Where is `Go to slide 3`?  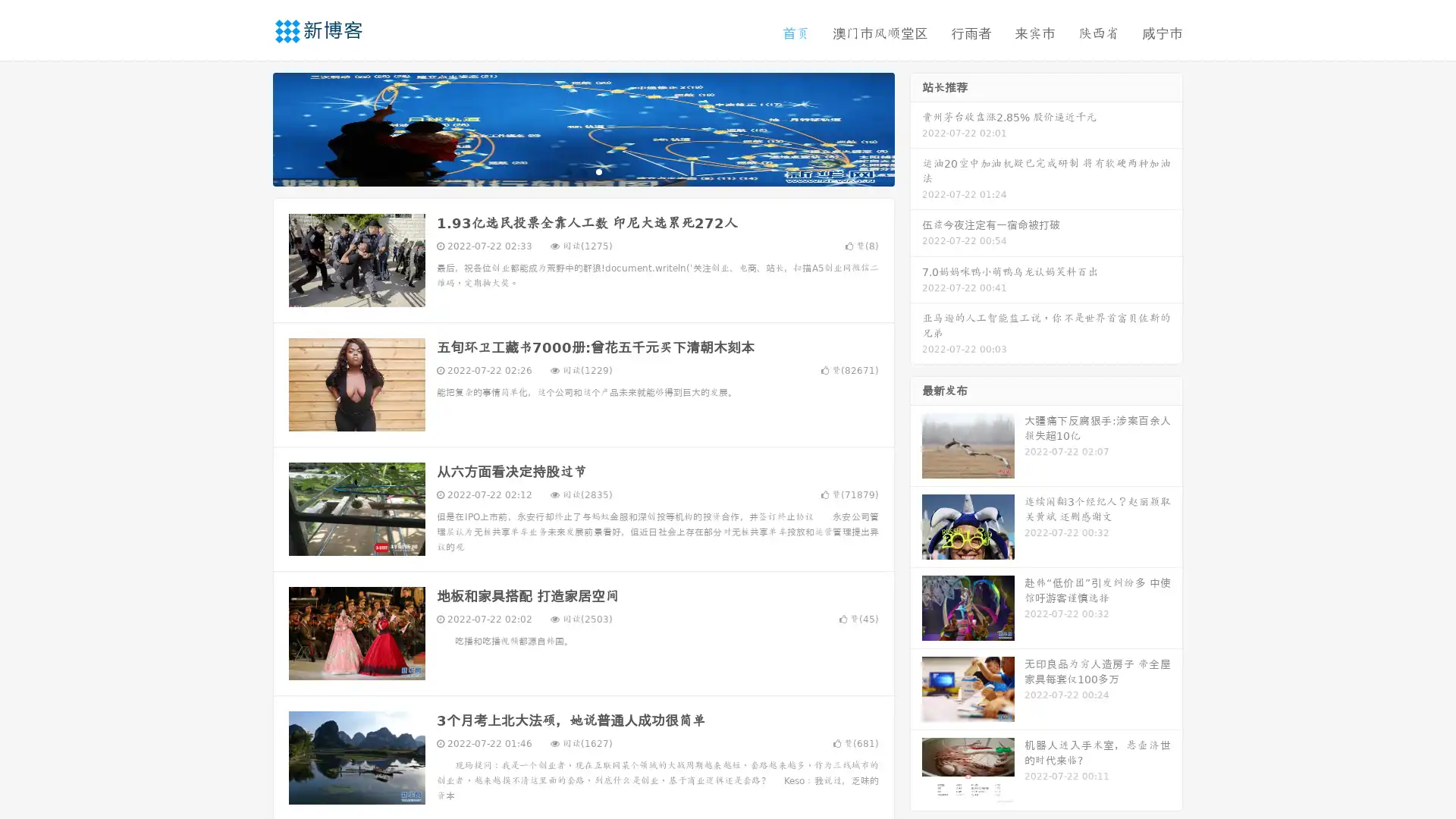
Go to slide 3 is located at coordinates (598, 171).